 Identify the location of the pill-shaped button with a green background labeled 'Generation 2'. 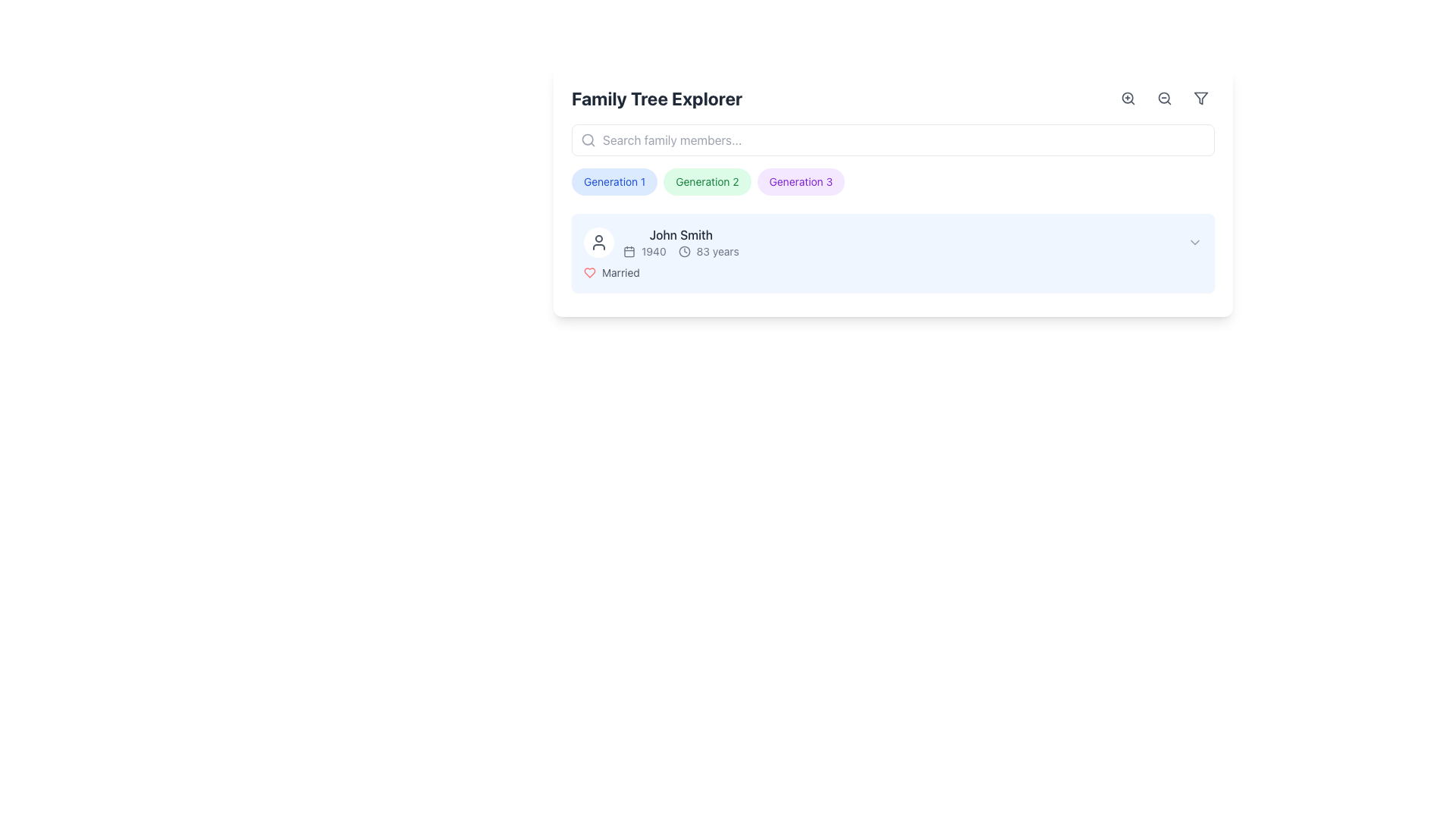
(706, 180).